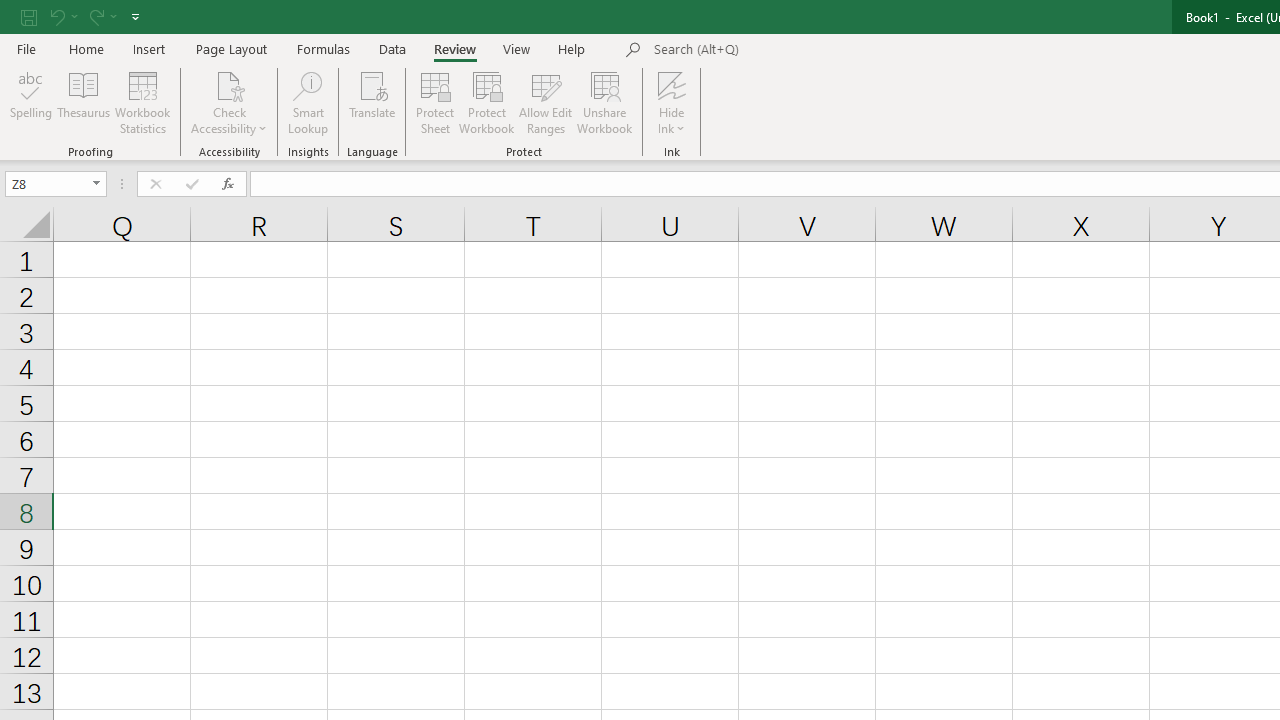 The width and height of the screenshot is (1280, 720). What do you see at coordinates (372, 103) in the screenshot?
I see `'Translate'` at bounding box center [372, 103].